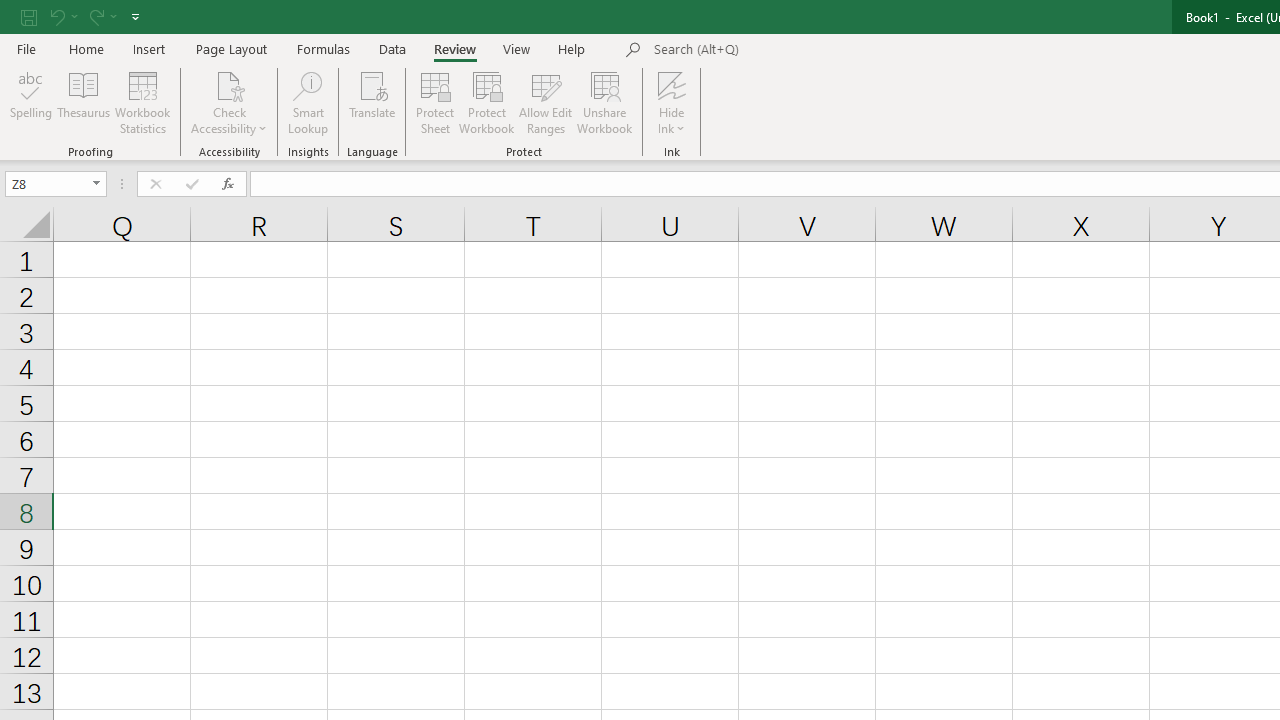 The width and height of the screenshot is (1280, 720). What do you see at coordinates (372, 103) in the screenshot?
I see `'Translate'` at bounding box center [372, 103].